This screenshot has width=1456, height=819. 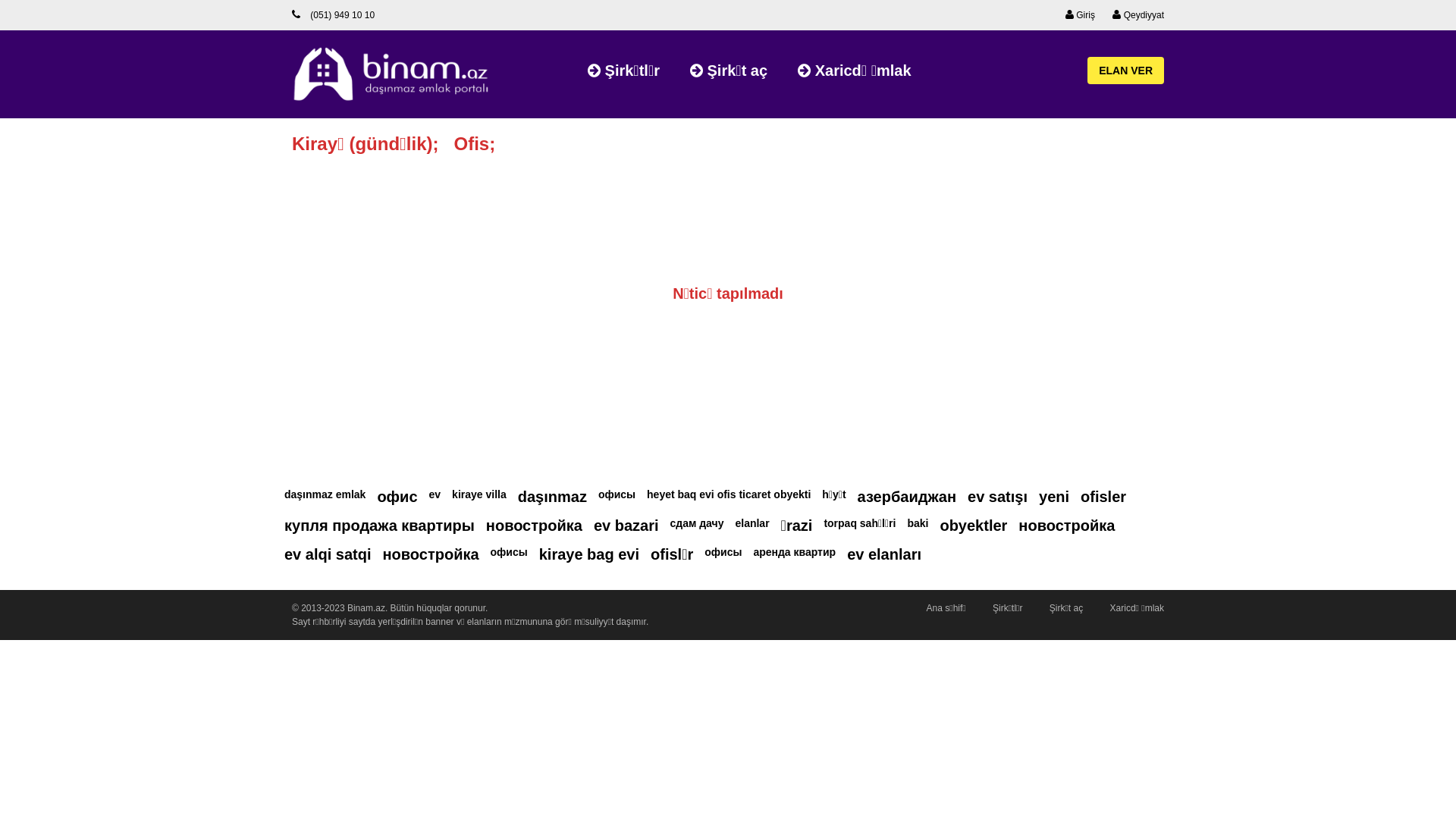 I want to click on 'heyet baq evi ofis ticaret obyekti', so click(x=728, y=494).